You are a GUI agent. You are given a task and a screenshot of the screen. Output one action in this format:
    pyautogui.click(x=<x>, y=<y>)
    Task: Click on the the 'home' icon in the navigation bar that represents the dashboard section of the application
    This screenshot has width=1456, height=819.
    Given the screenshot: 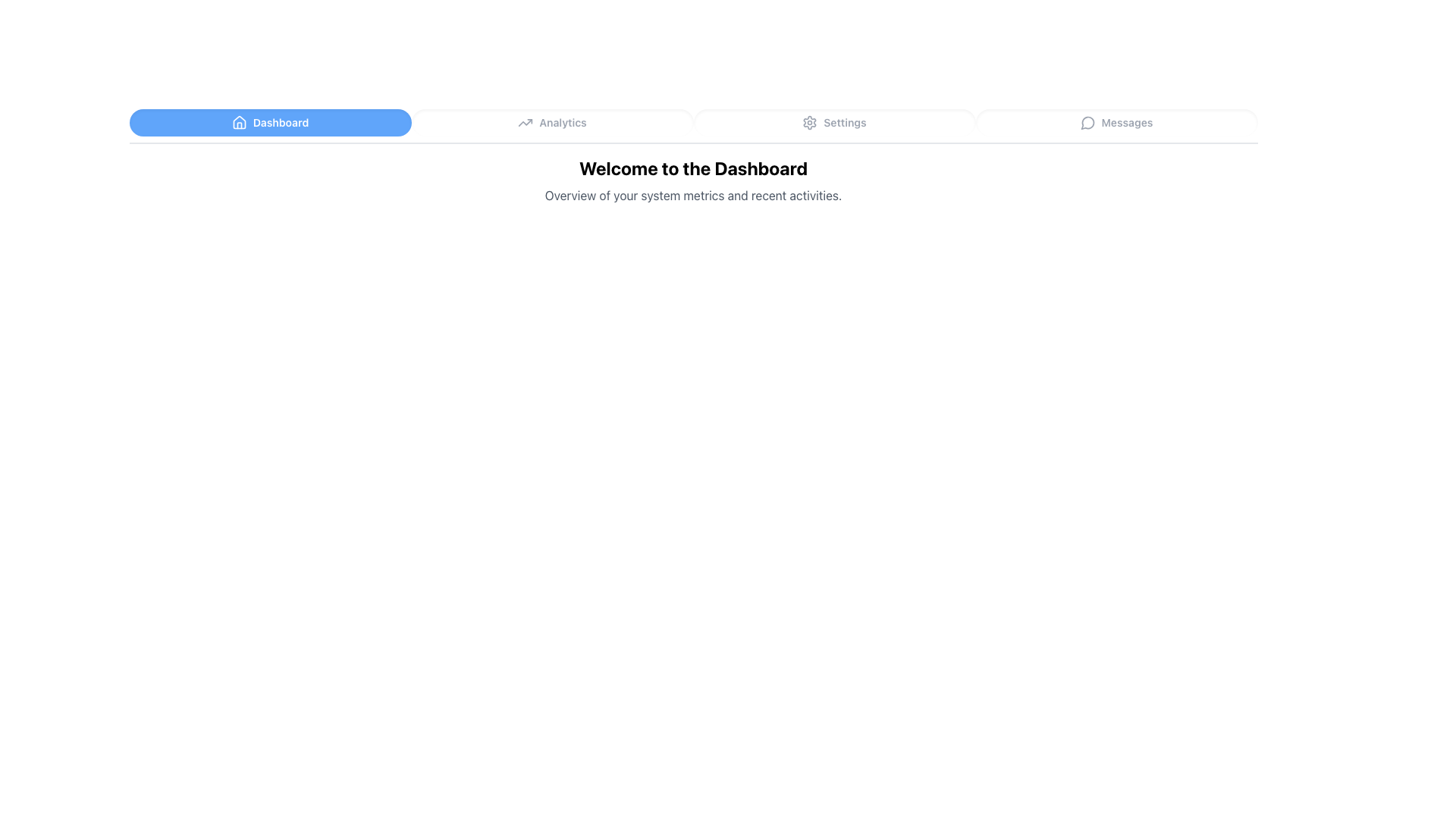 What is the action you would take?
    pyautogui.click(x=238, y=121)
    